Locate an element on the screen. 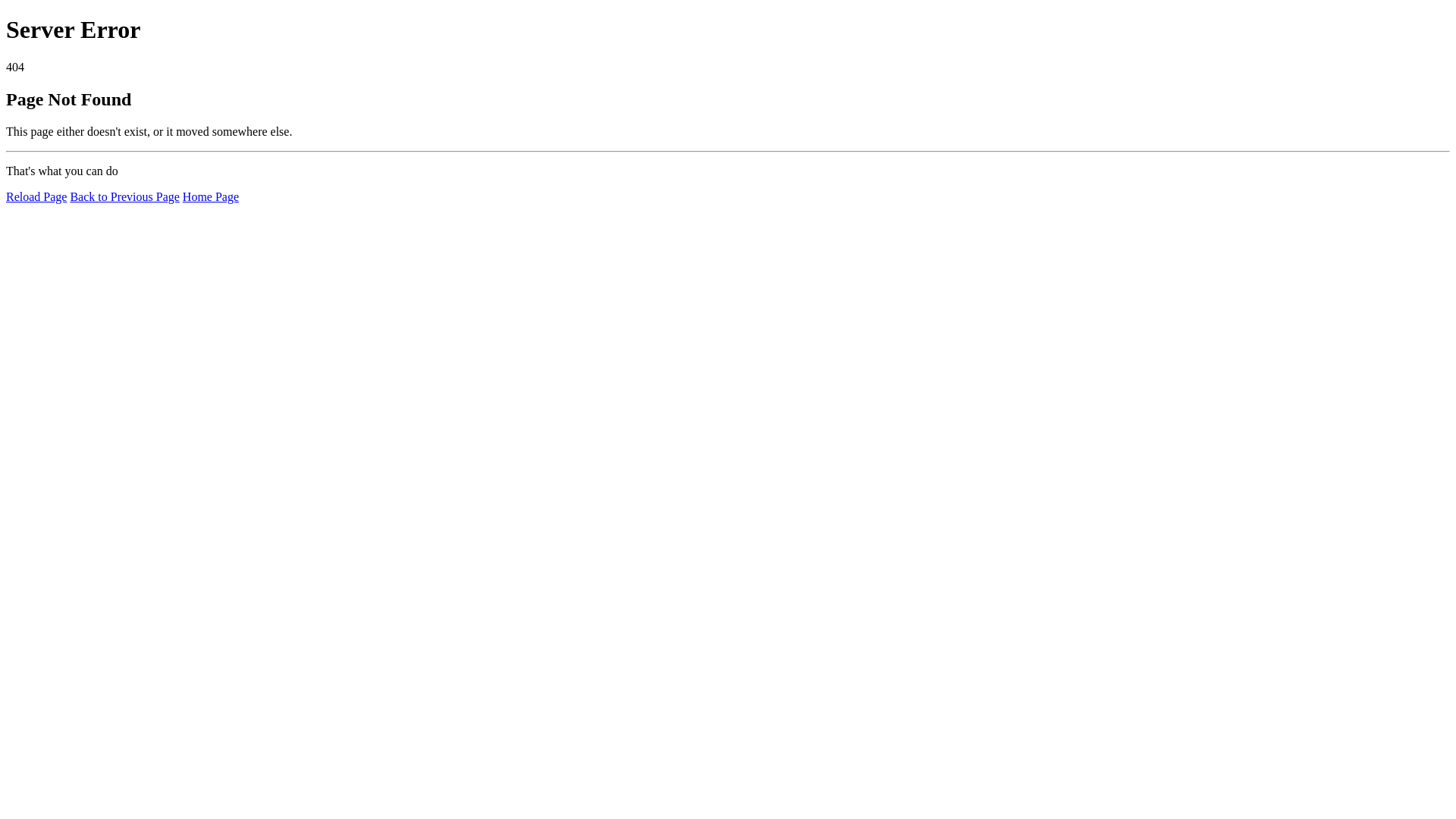 This screenshot has height=819, width=1456. 'Back to Previous Page' is located at coordinates (68, 196).